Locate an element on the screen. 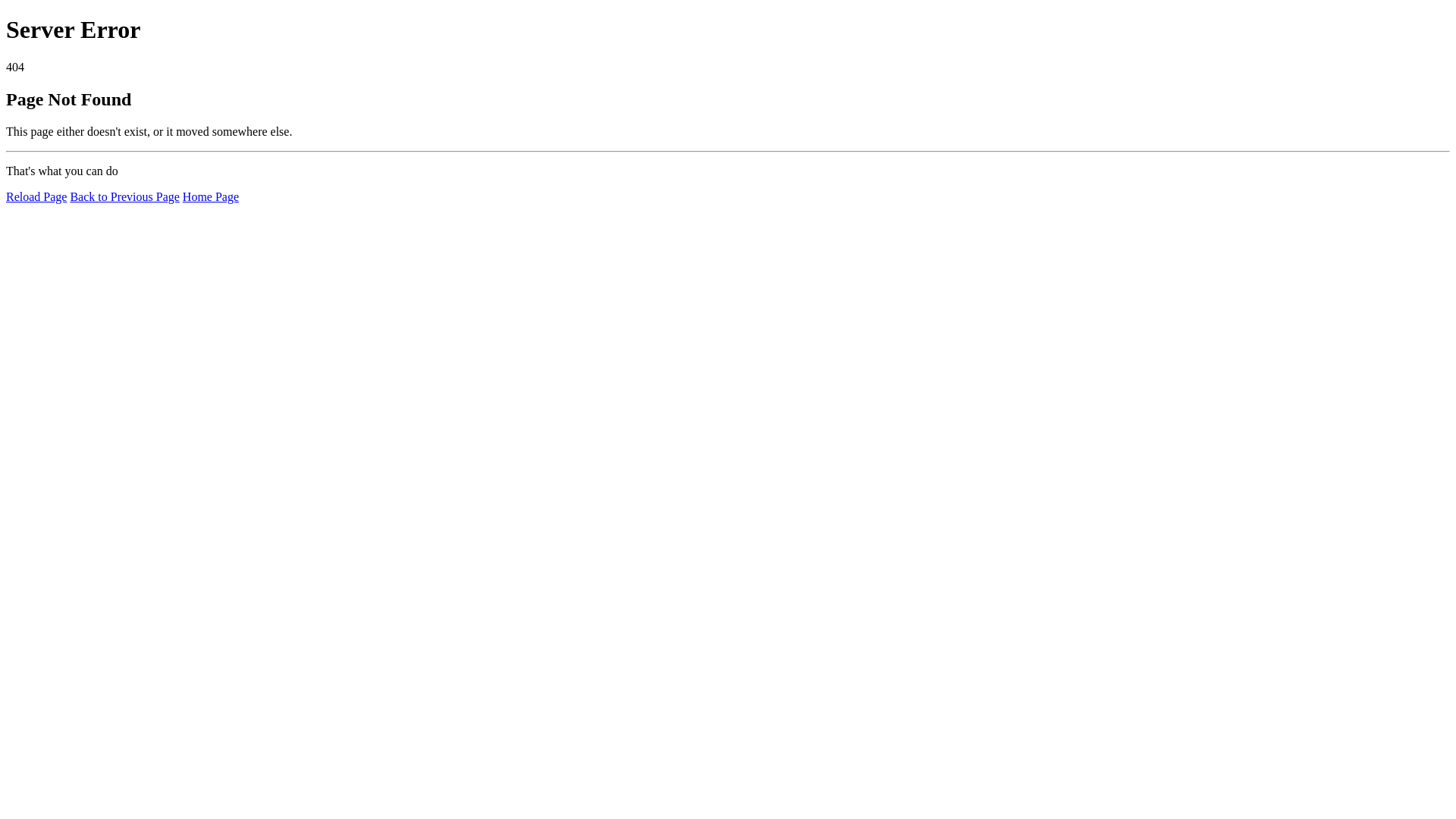 This screenshot has height=819, width=1456. 'Back to Previous Page' is located at coordinates (68, 196).